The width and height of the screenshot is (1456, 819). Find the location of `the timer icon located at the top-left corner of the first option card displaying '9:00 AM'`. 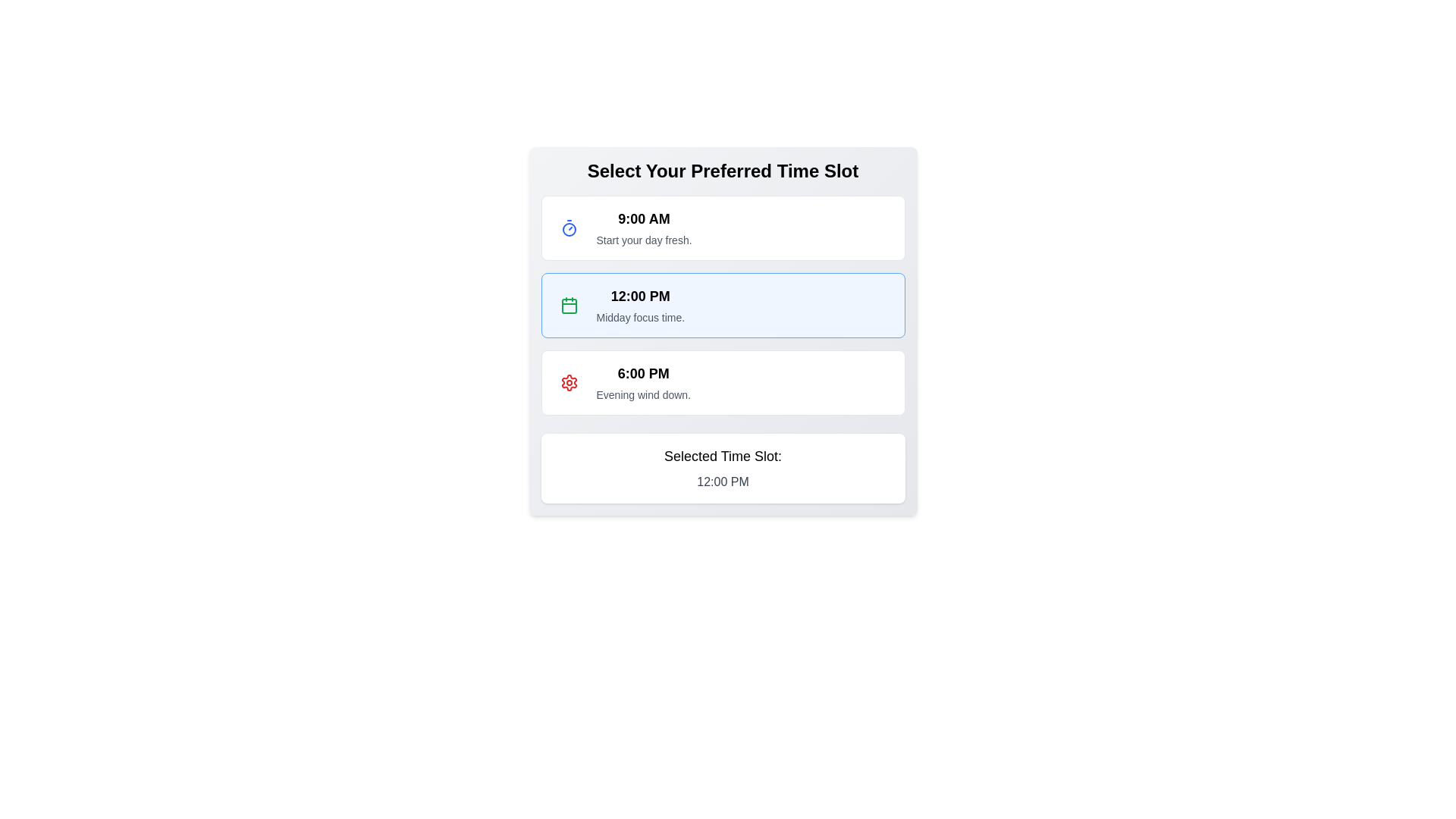

the timer icon located at the top-left corner of the first option card displaying '9:00 AM' is located at coordinates (568, 227).